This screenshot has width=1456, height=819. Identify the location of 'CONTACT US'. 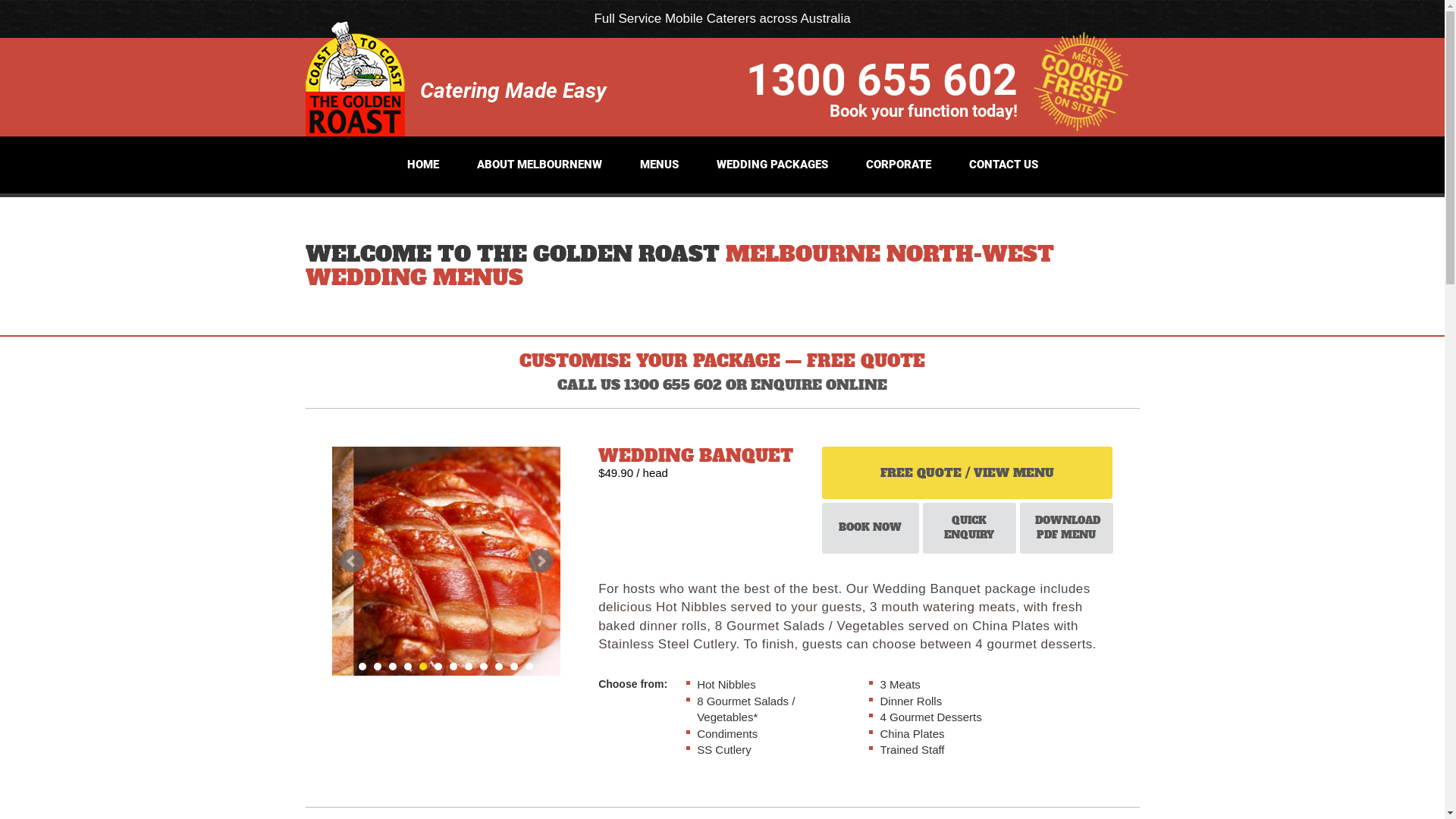
(1003, 165).